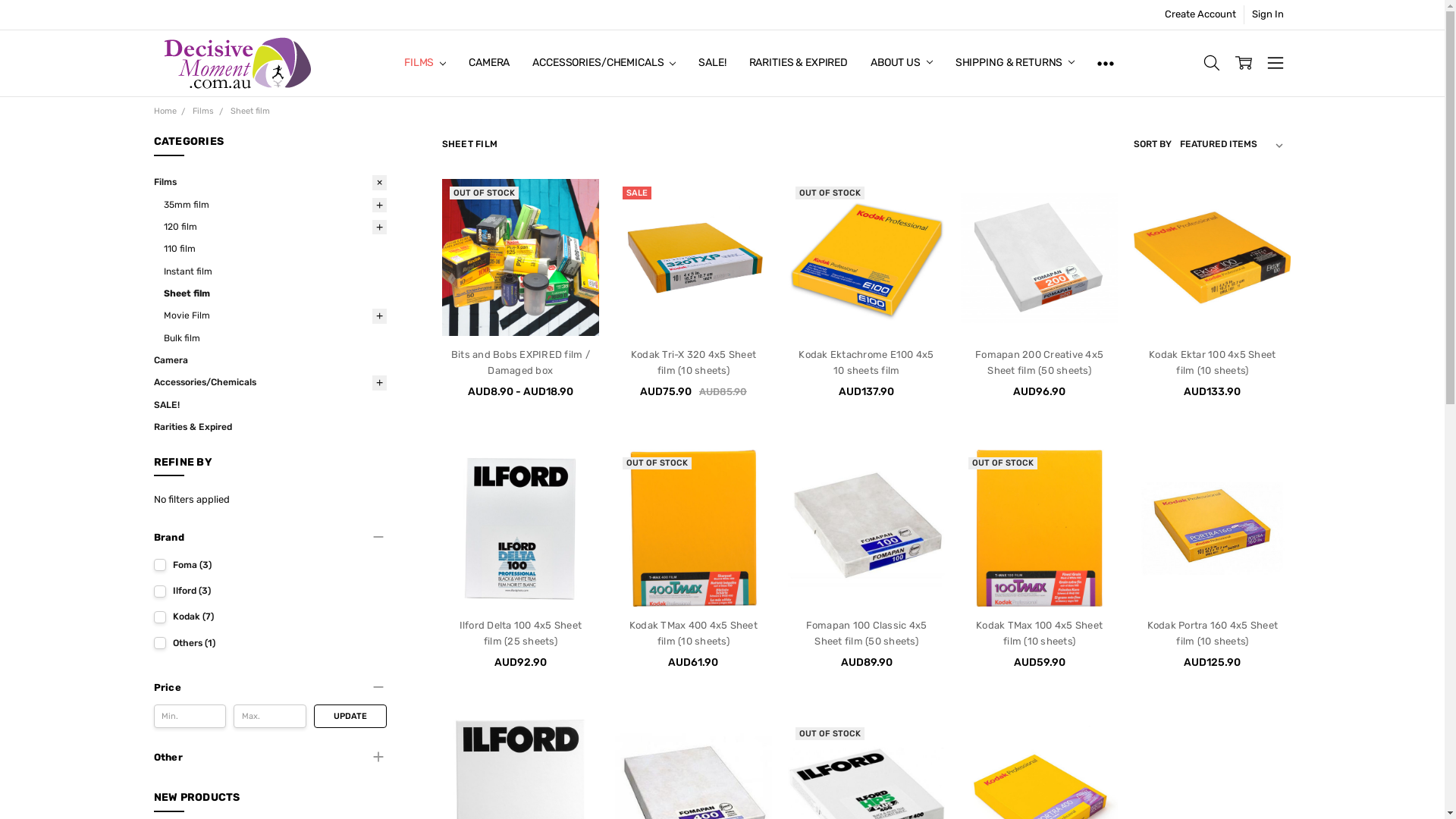 This screenshot has height=819, width=1456. Describe the element at coordinates (1267, 14) in the screenshot. I see `'Sign In'` at that location.